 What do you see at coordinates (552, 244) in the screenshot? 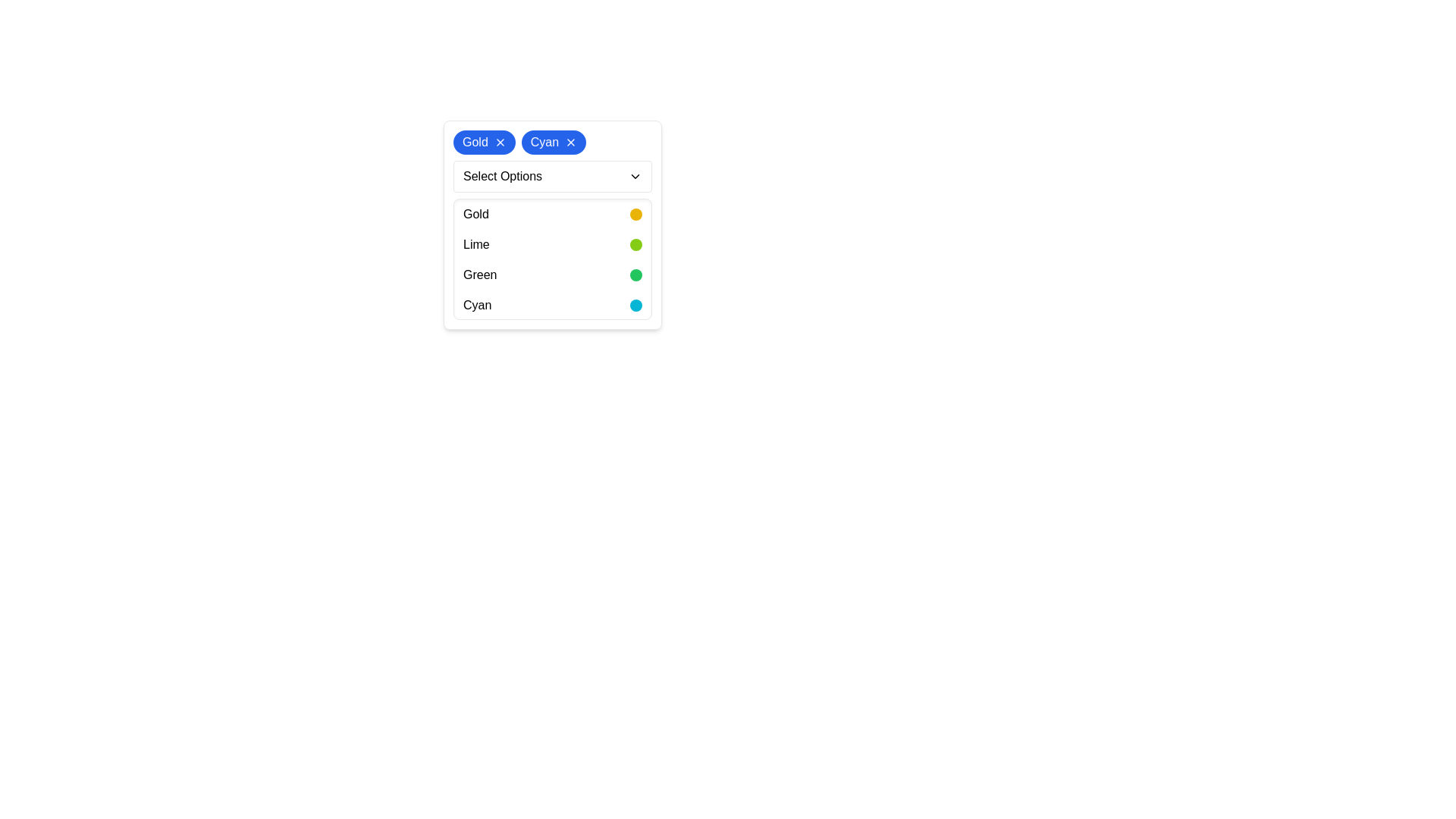
I see `the list item labeled 'Lime', which is the second option` at bounding box center [552, 244].